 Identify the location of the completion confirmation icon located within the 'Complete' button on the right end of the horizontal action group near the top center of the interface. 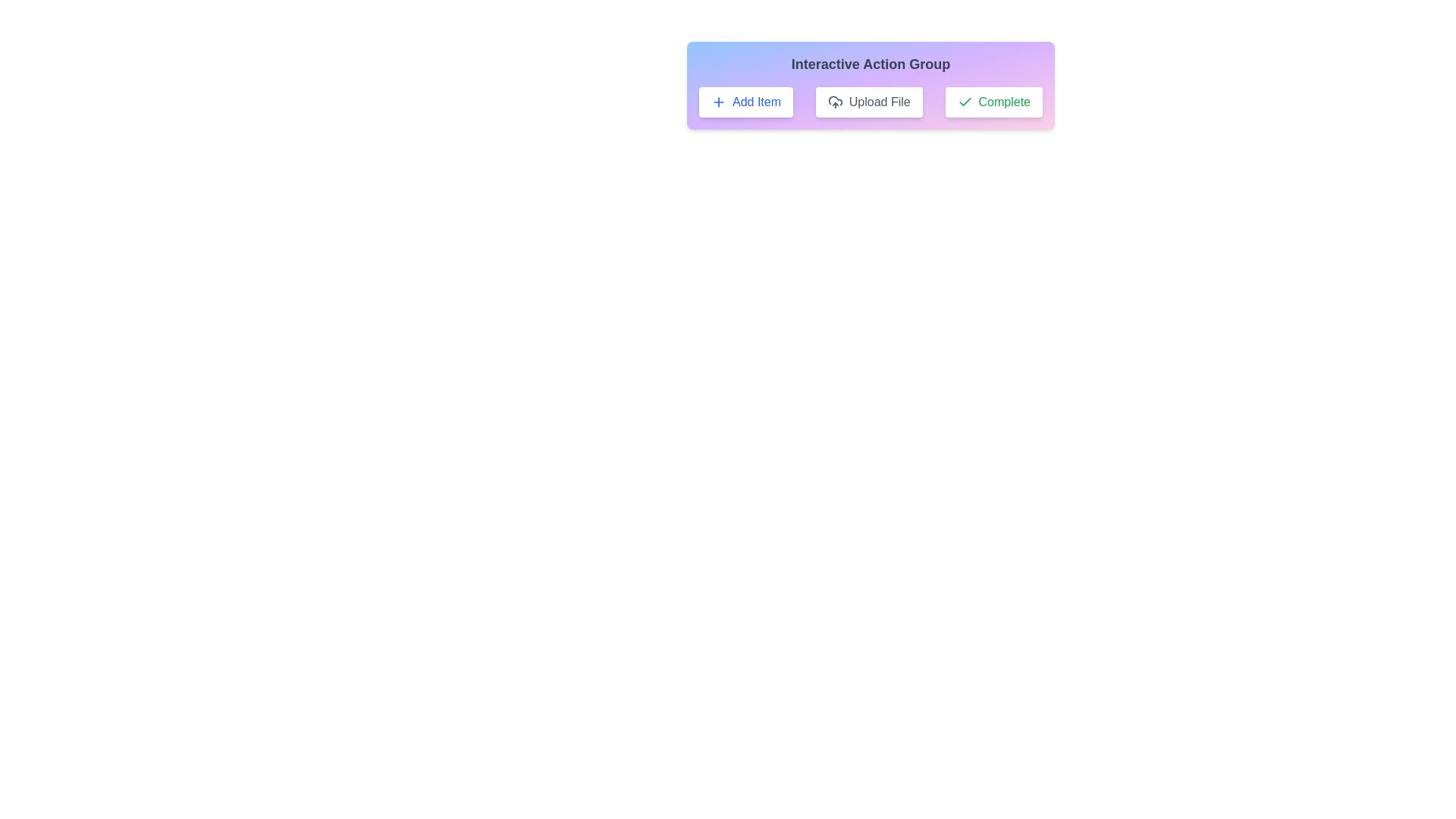
(964, 102).